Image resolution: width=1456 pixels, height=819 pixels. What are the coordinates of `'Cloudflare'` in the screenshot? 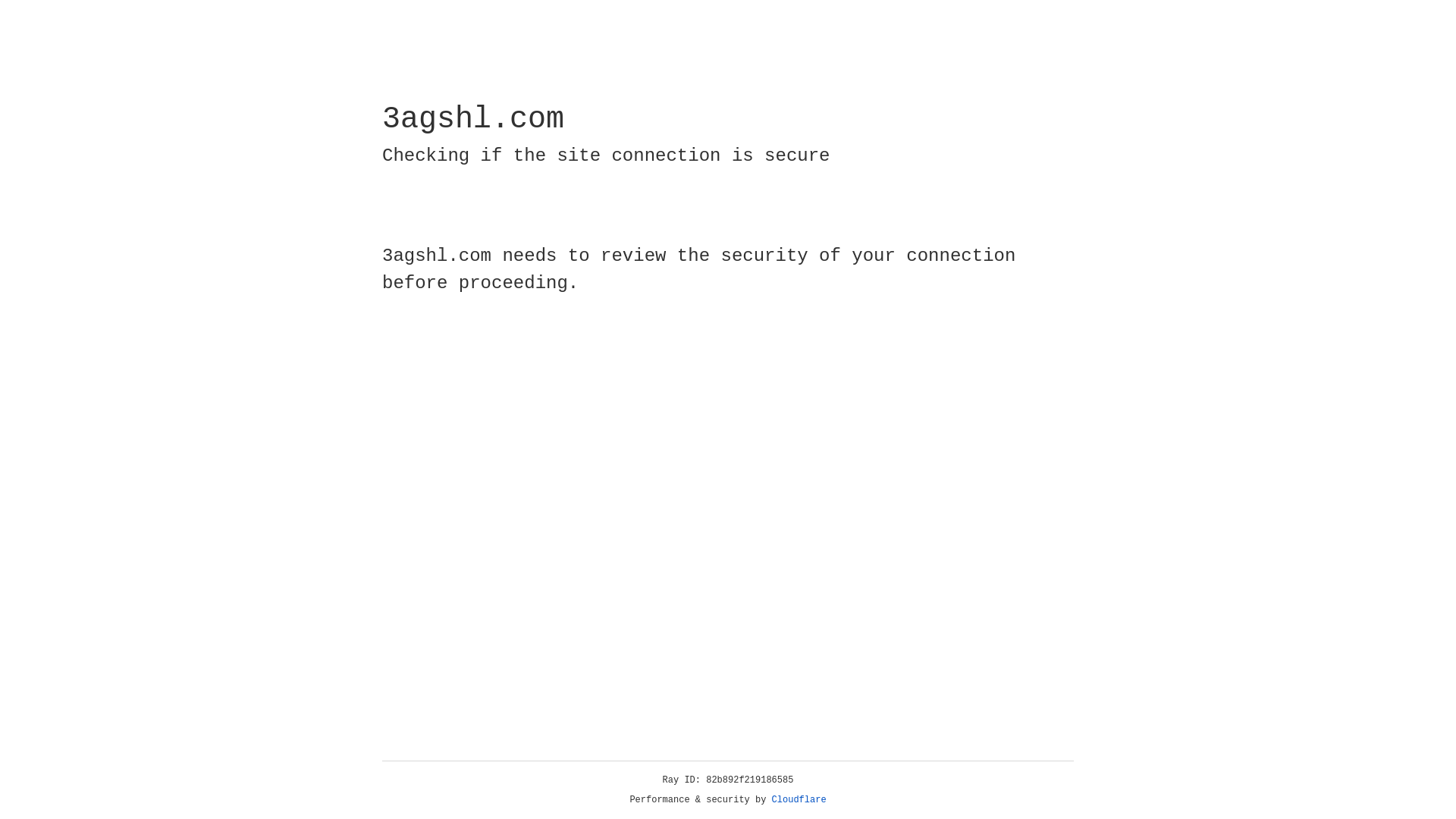 It's located at (799, 799).